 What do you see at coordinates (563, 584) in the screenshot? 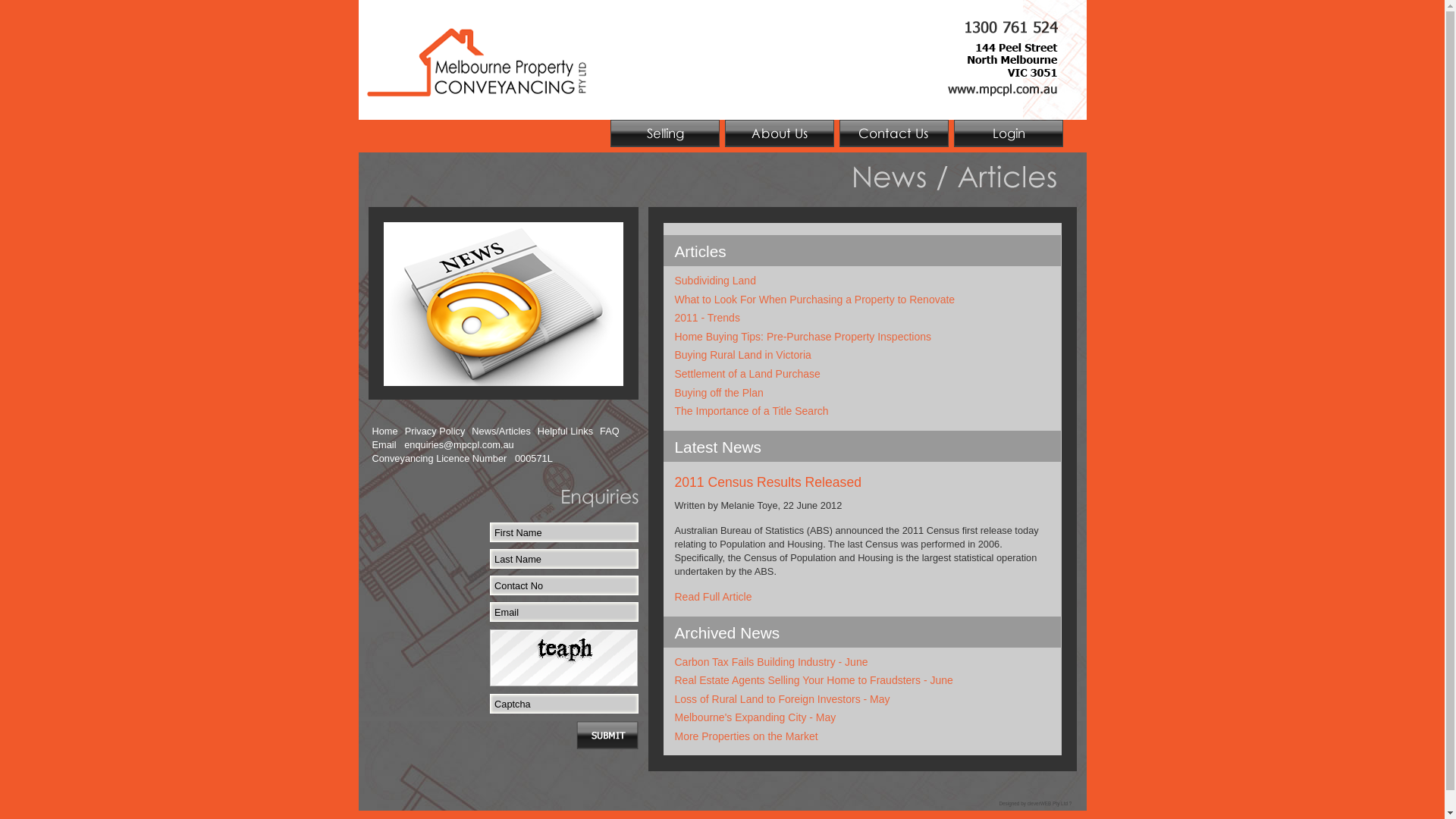
I see `' Contact No'` at bounding box center [563, 584].